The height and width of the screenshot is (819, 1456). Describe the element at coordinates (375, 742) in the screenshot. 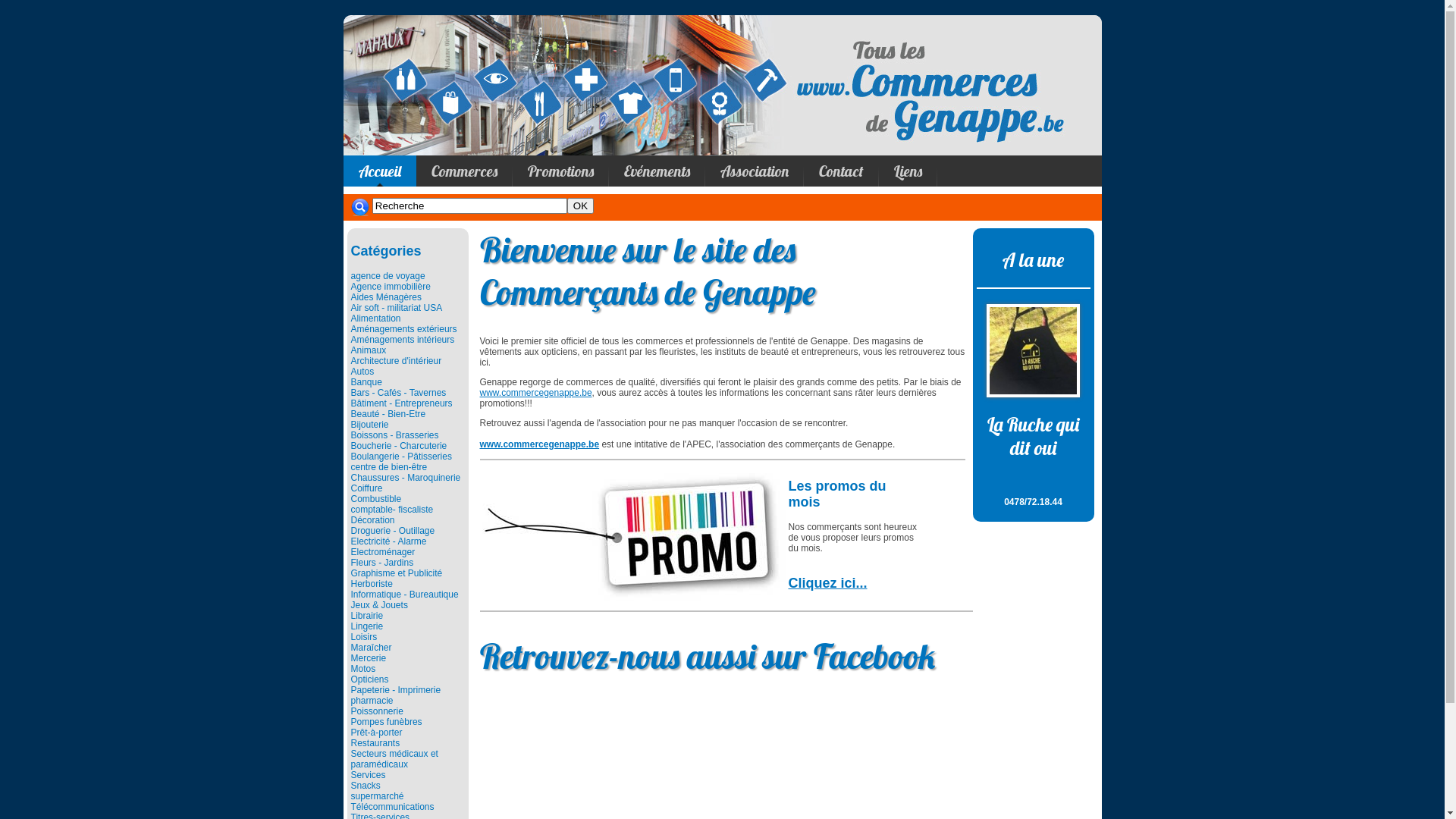

I see `'Restaurants'` at that location.